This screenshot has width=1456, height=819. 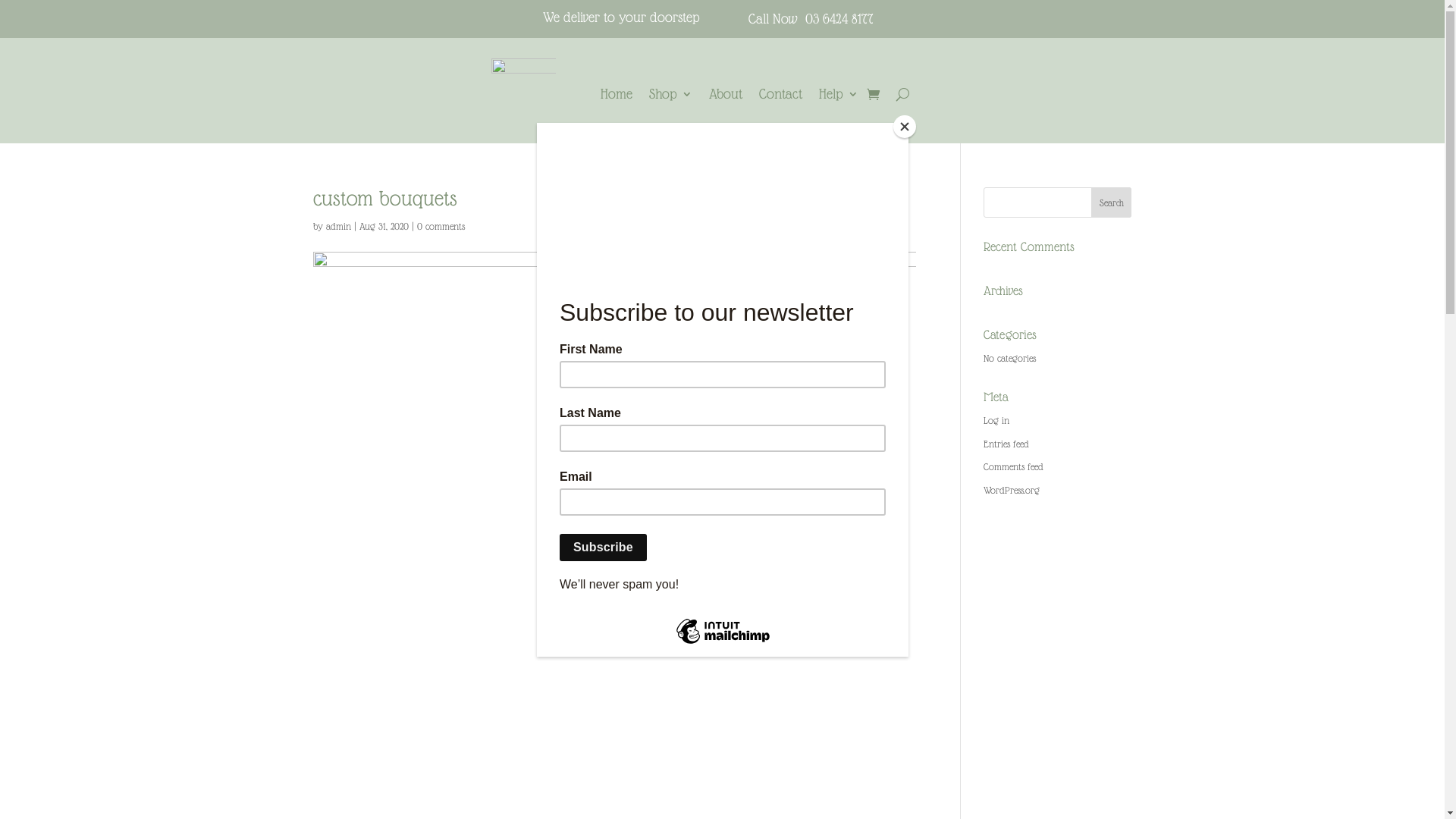 What do you see at coordinates (708, 96) in the screenshot?
I see `'About'` at bounding box center [708, 96].